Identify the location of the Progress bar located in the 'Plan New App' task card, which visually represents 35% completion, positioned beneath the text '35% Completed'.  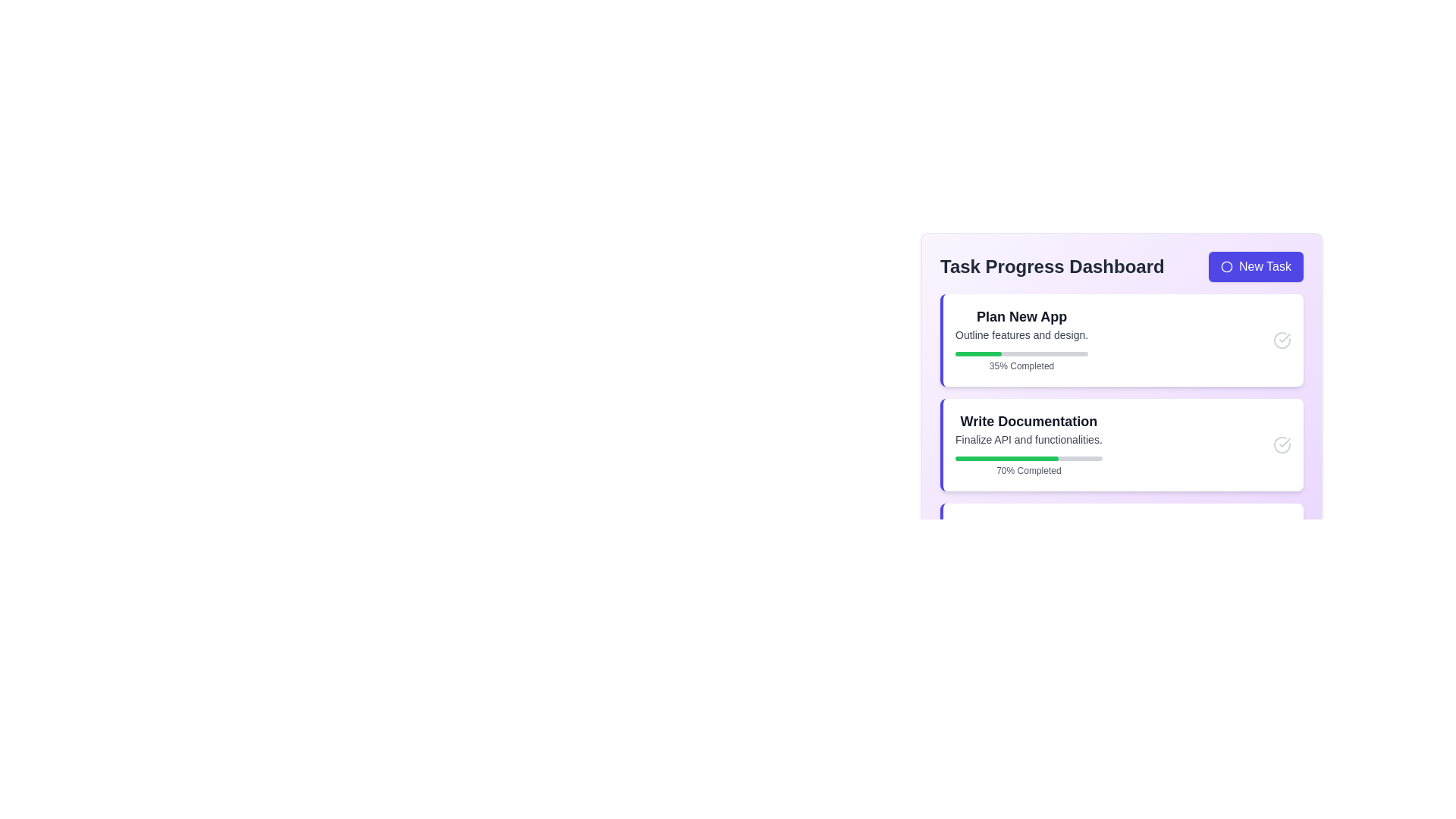
(1021, 353).